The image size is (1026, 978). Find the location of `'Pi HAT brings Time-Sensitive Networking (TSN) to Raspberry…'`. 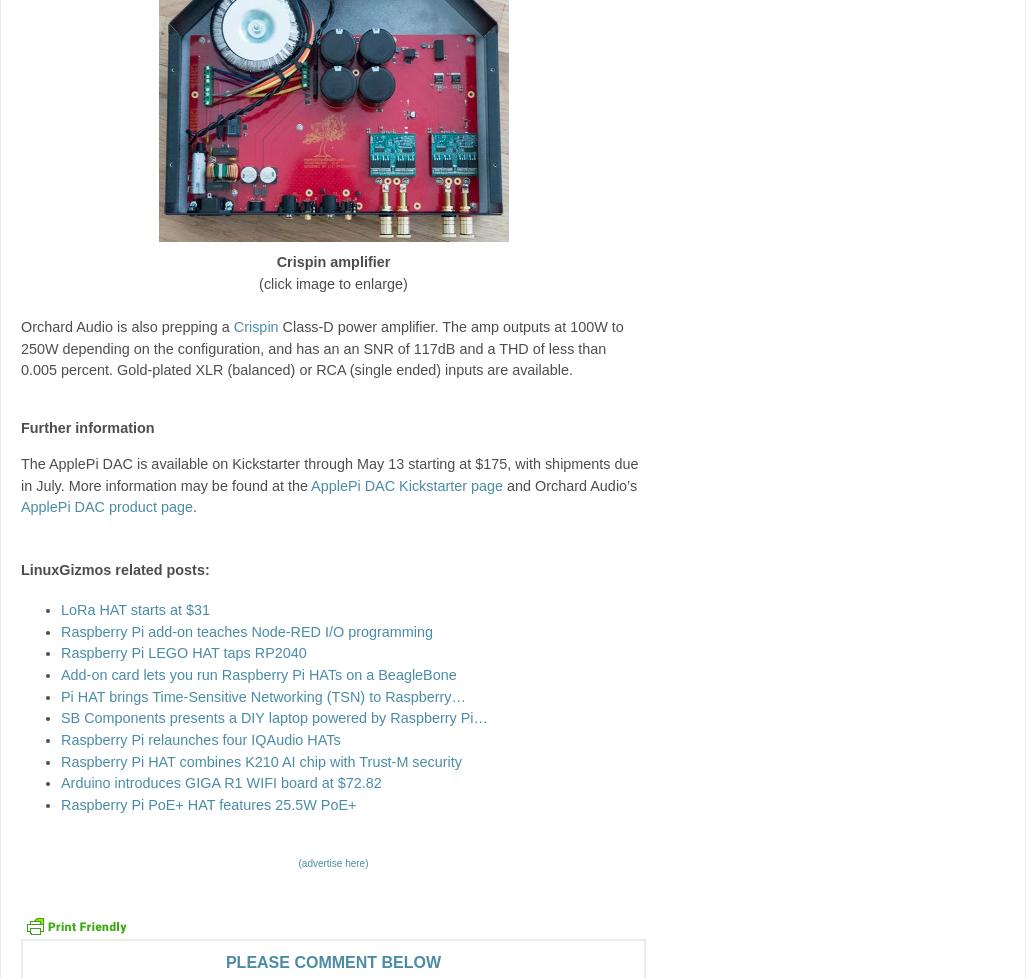

'Pi HAT brings Time-Sensitive Networking (TSN) to Raspberry…' is located at coordinates (261, 696).